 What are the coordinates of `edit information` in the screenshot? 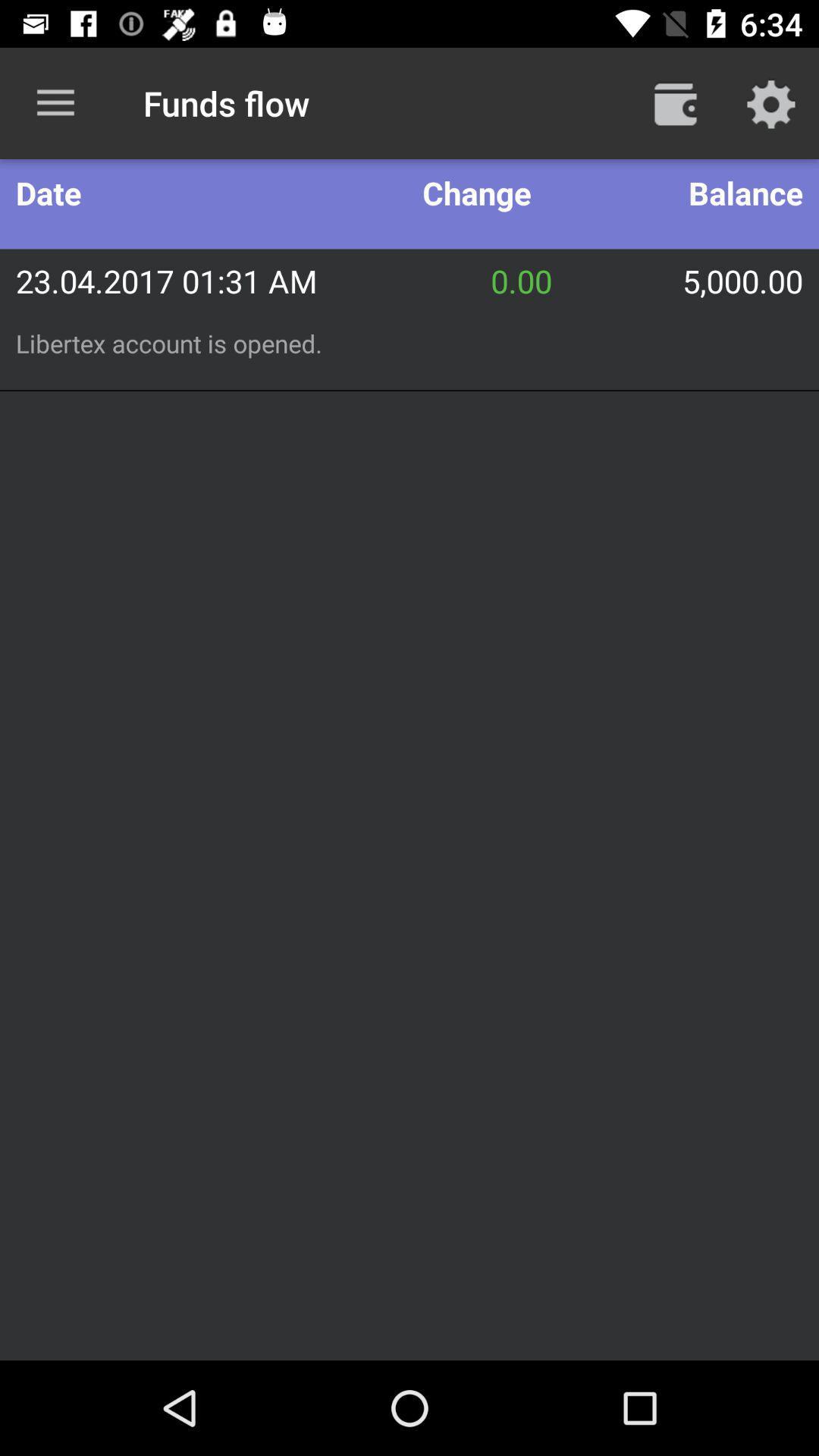 It's located at (771, 102).